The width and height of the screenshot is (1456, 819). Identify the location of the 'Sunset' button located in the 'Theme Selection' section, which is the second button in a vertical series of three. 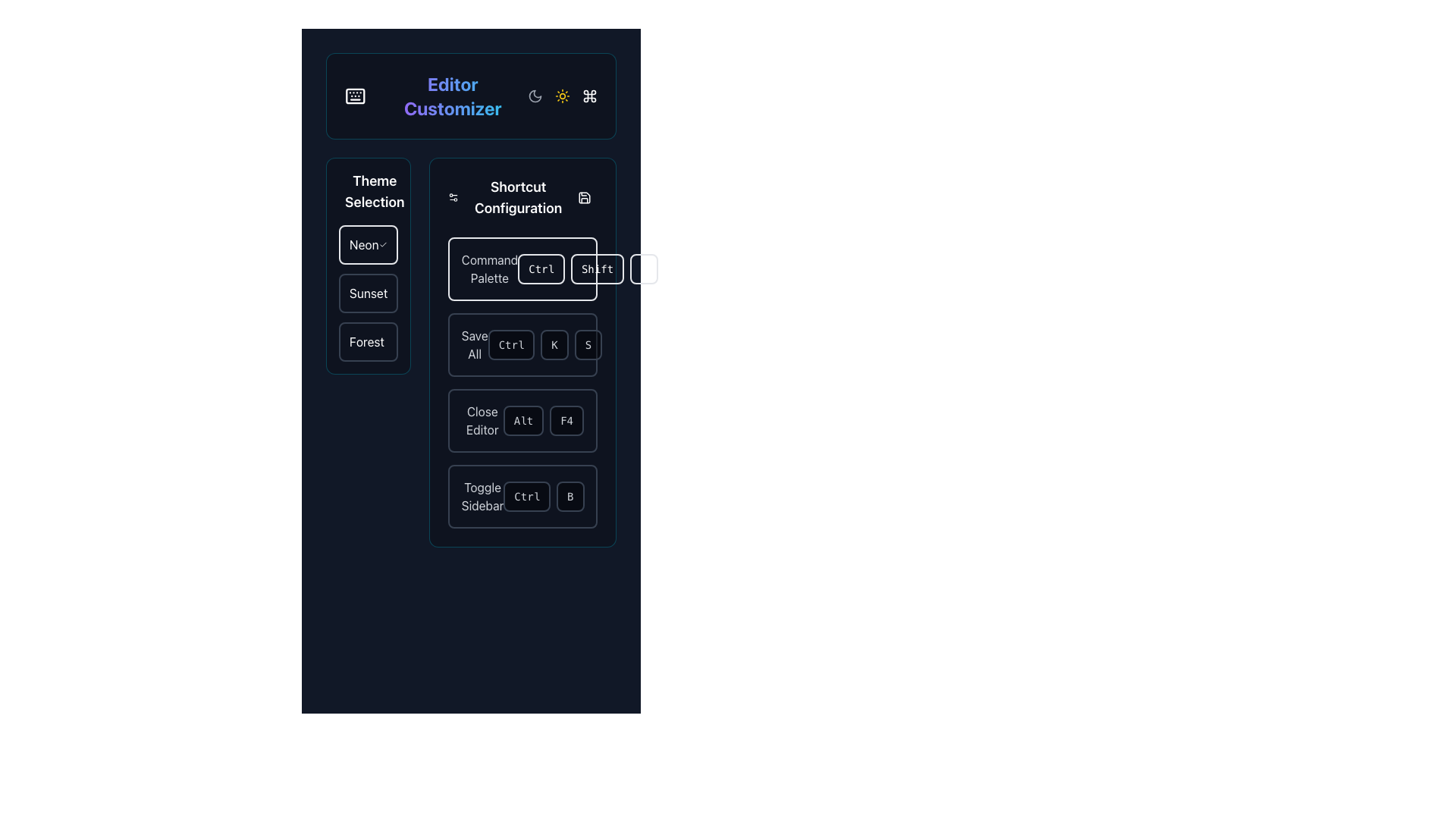
(368, 293).